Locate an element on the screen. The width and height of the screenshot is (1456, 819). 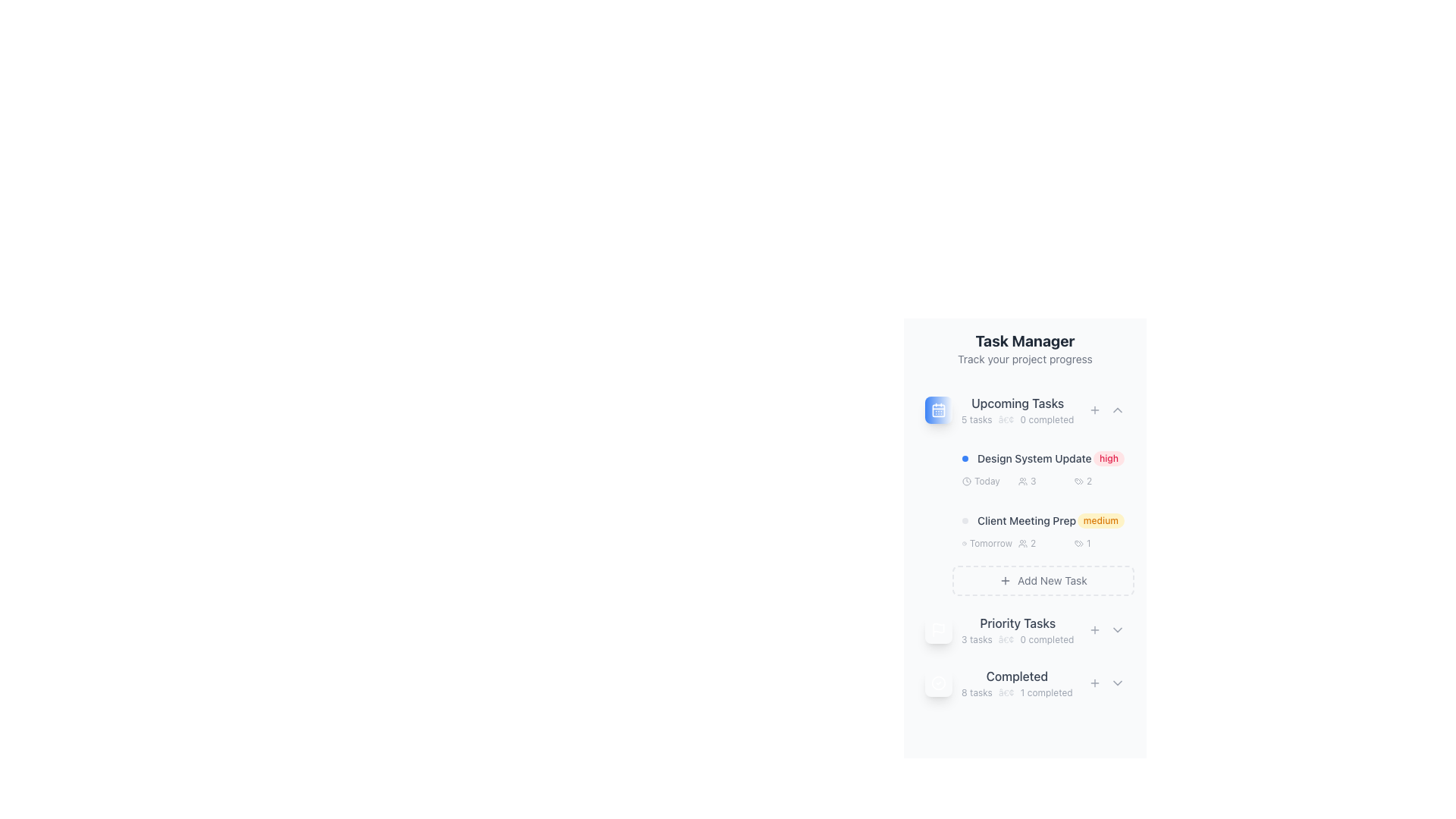
the Priority indicator label indicating 'high' importance for the 'Design System Update' task in the 'Task Manager' interface, located at the far right of the task row is located at coordinates (1109, 458).